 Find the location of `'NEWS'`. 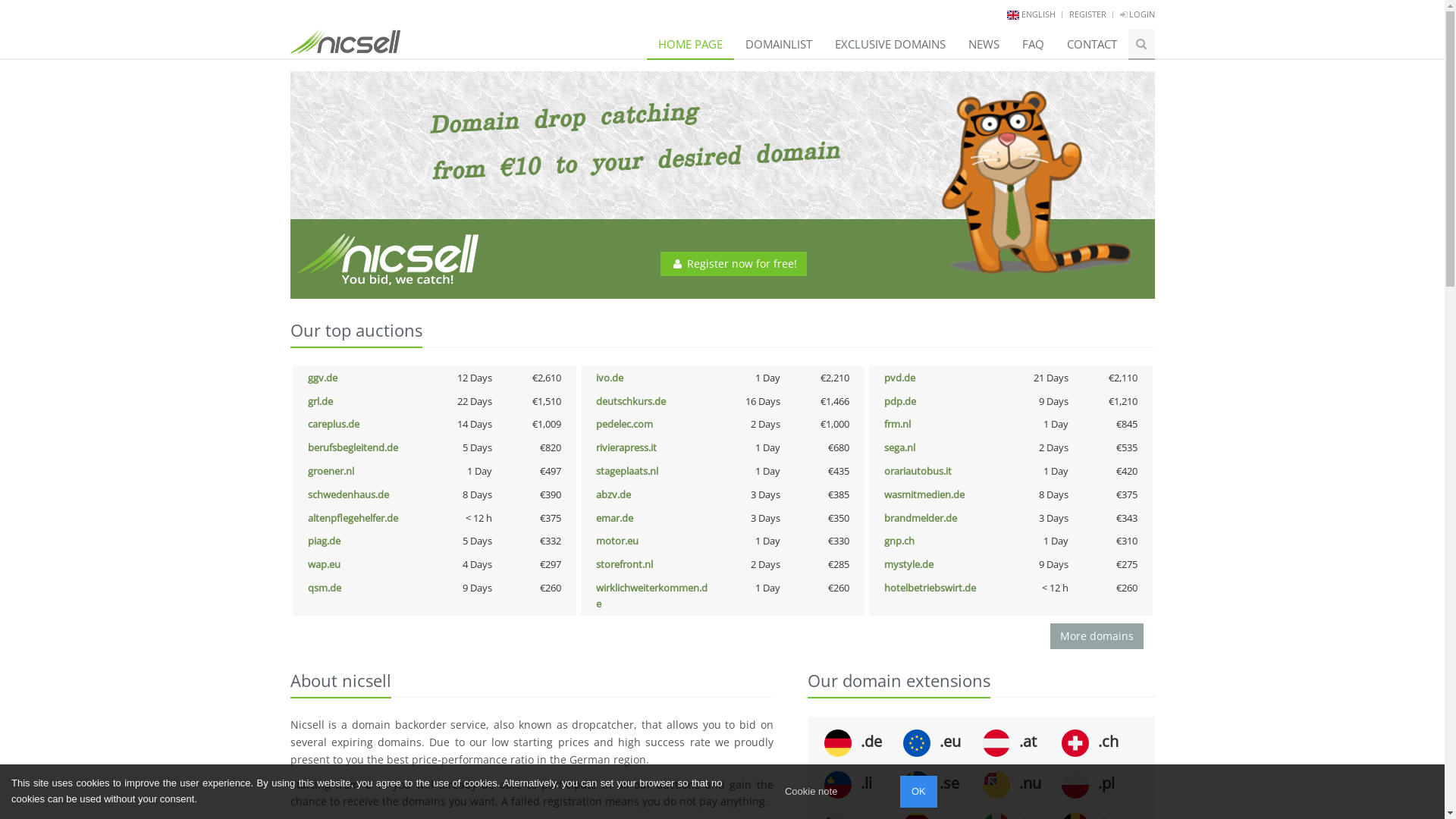

'NEWS' is located at coordinates (984, 43).